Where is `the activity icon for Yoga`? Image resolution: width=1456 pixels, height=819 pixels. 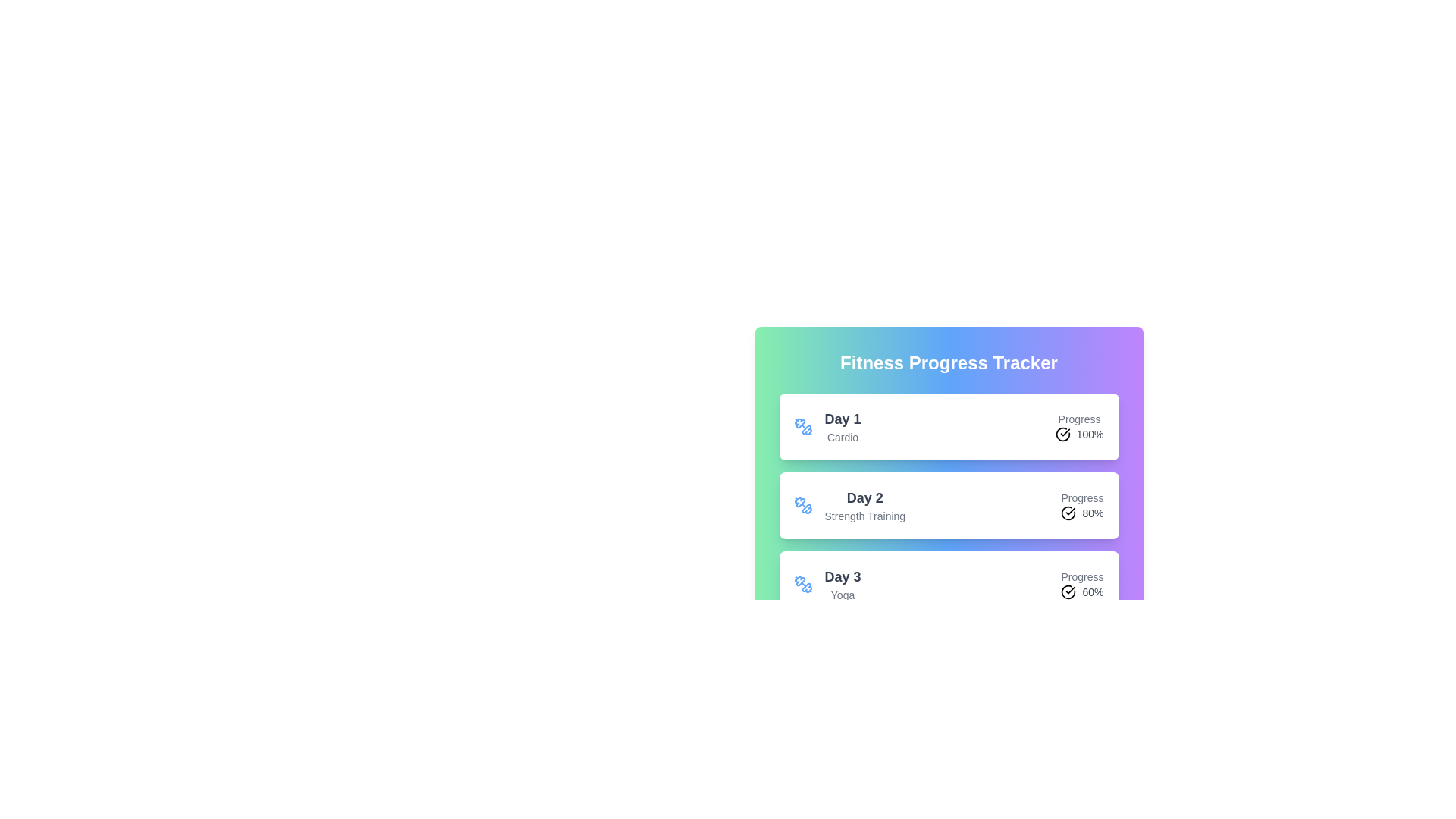 the activity icon for Yoga is located at coordinates (802, 584).